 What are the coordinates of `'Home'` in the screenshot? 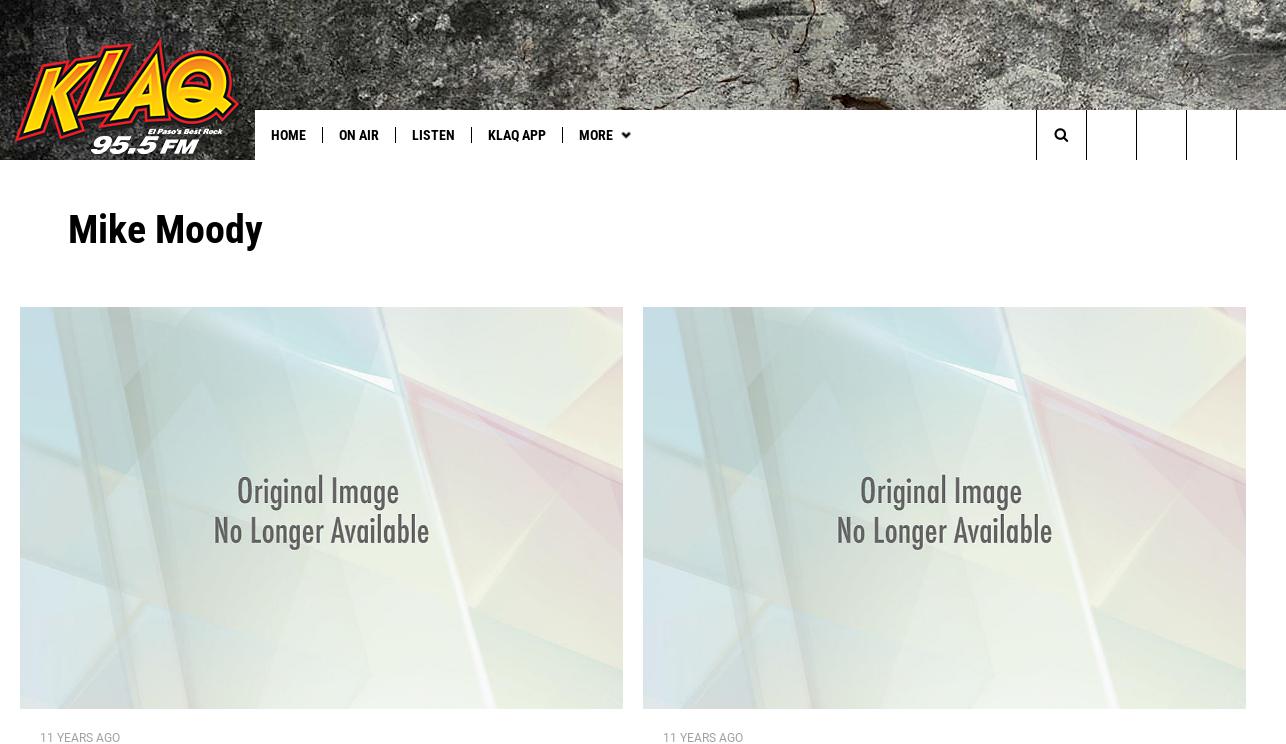 It's located at (270, 135).